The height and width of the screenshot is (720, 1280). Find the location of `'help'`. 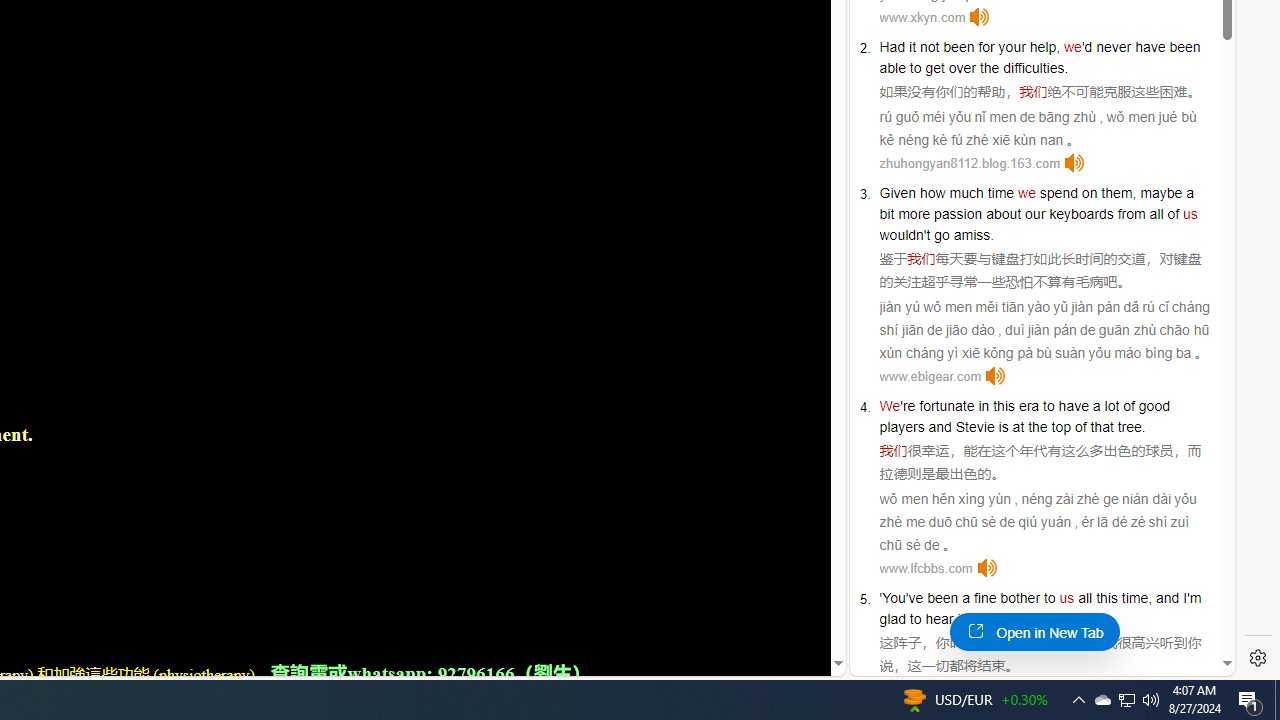

'help' is located at coordinates (1042, 45).